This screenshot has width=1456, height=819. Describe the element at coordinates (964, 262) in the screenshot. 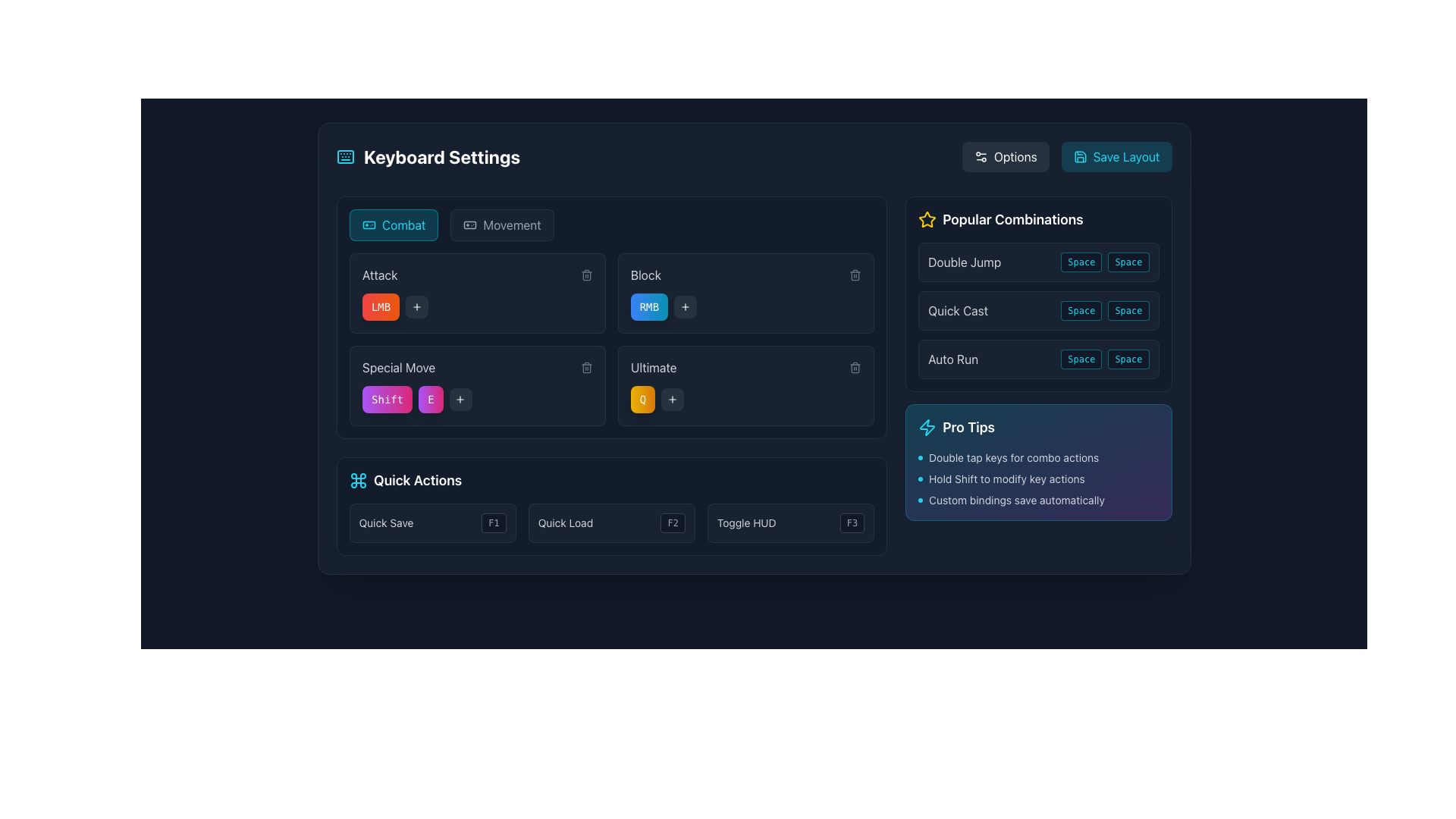

I see `the text label 'Double Jump' styled in light gray, located in the 'Popular Combinations' section on the right side of the interface` at that location.